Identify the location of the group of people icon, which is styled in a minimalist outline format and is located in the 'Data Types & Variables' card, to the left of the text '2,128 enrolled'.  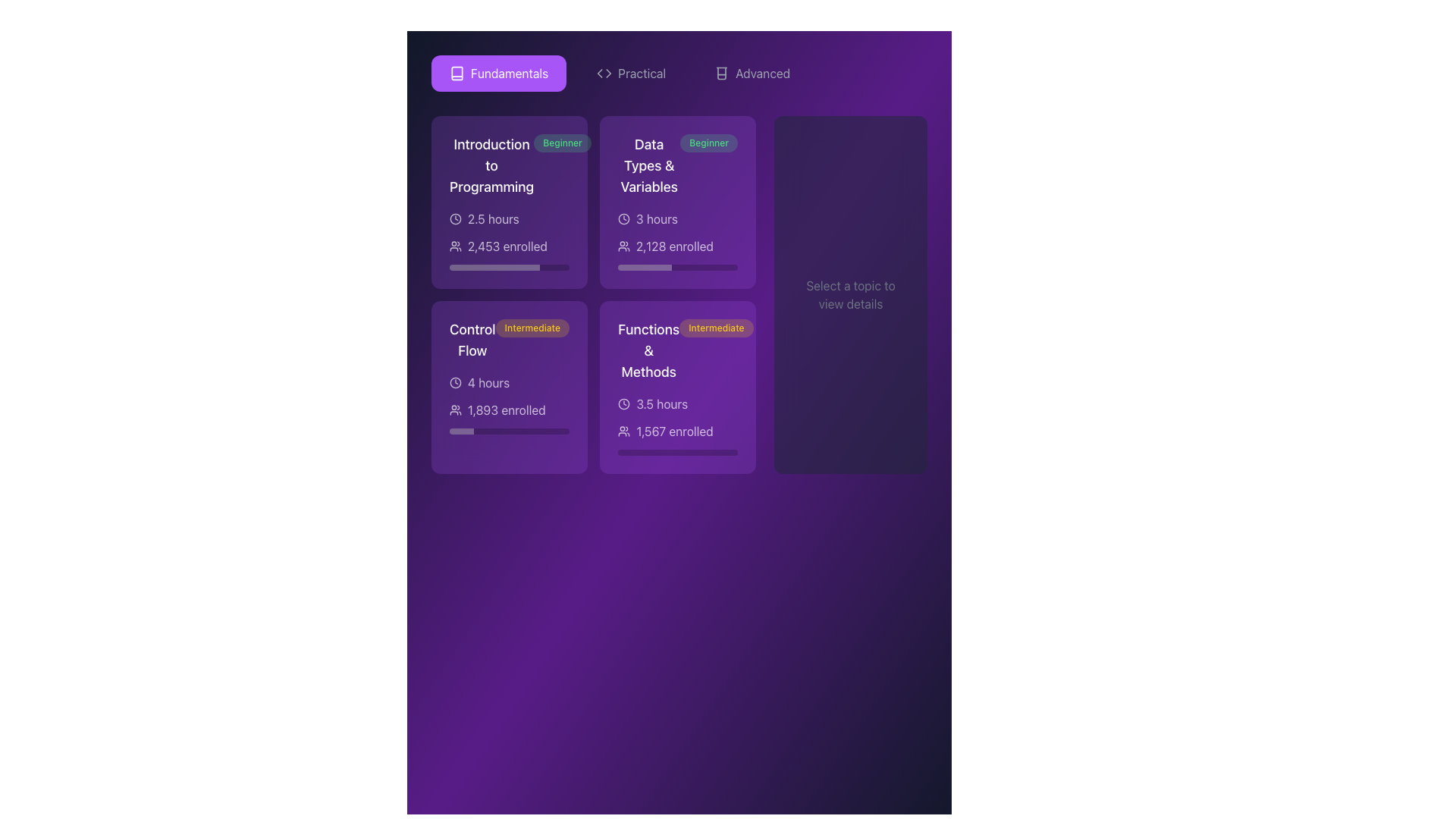
(623, 245).